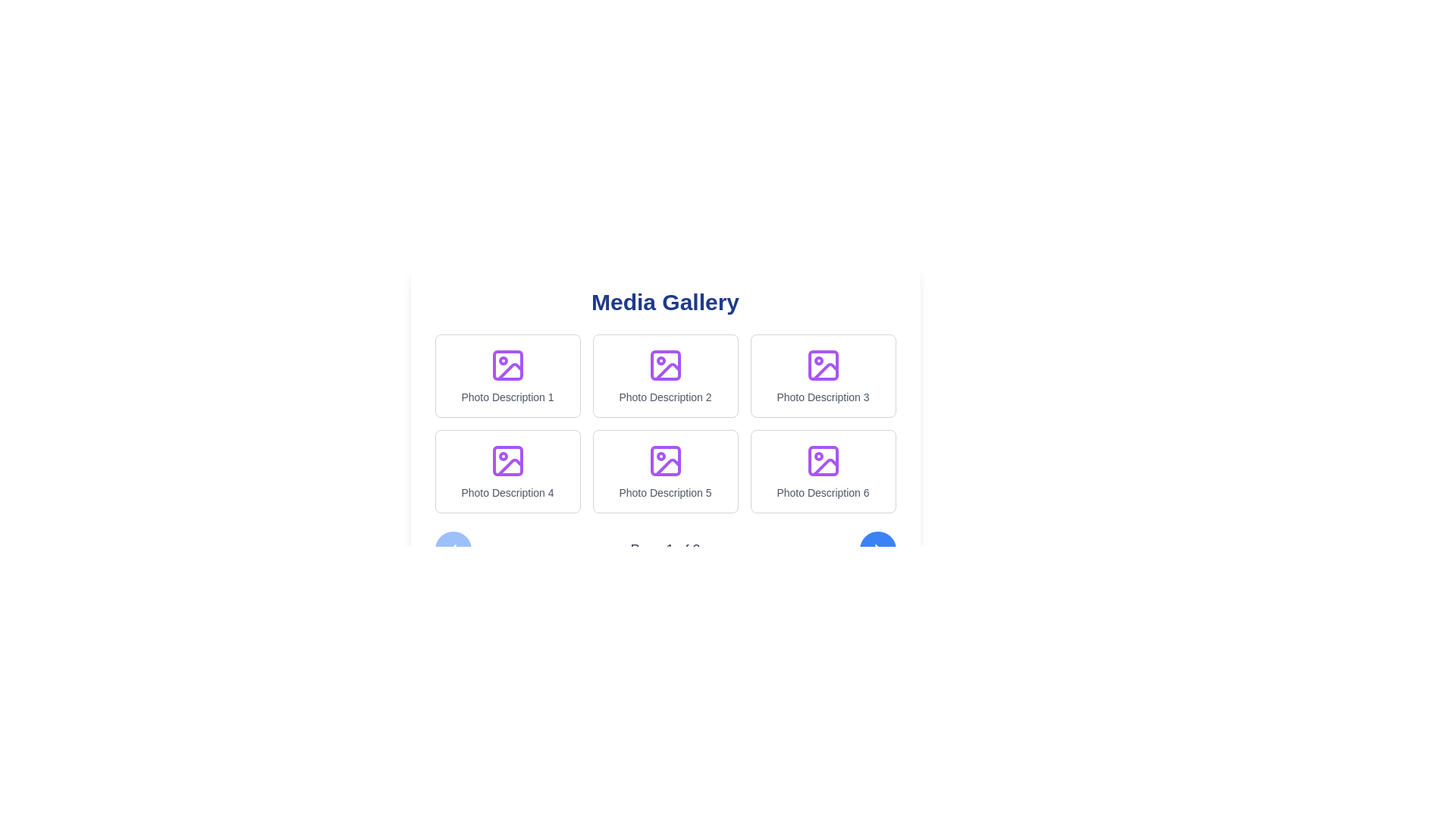  I want to click on the second card in the media gallery section that has a white background, rounded corners, and a purple photo icon at the top center, with the text 'Photo Description 2' centered below, so click(665, 375).